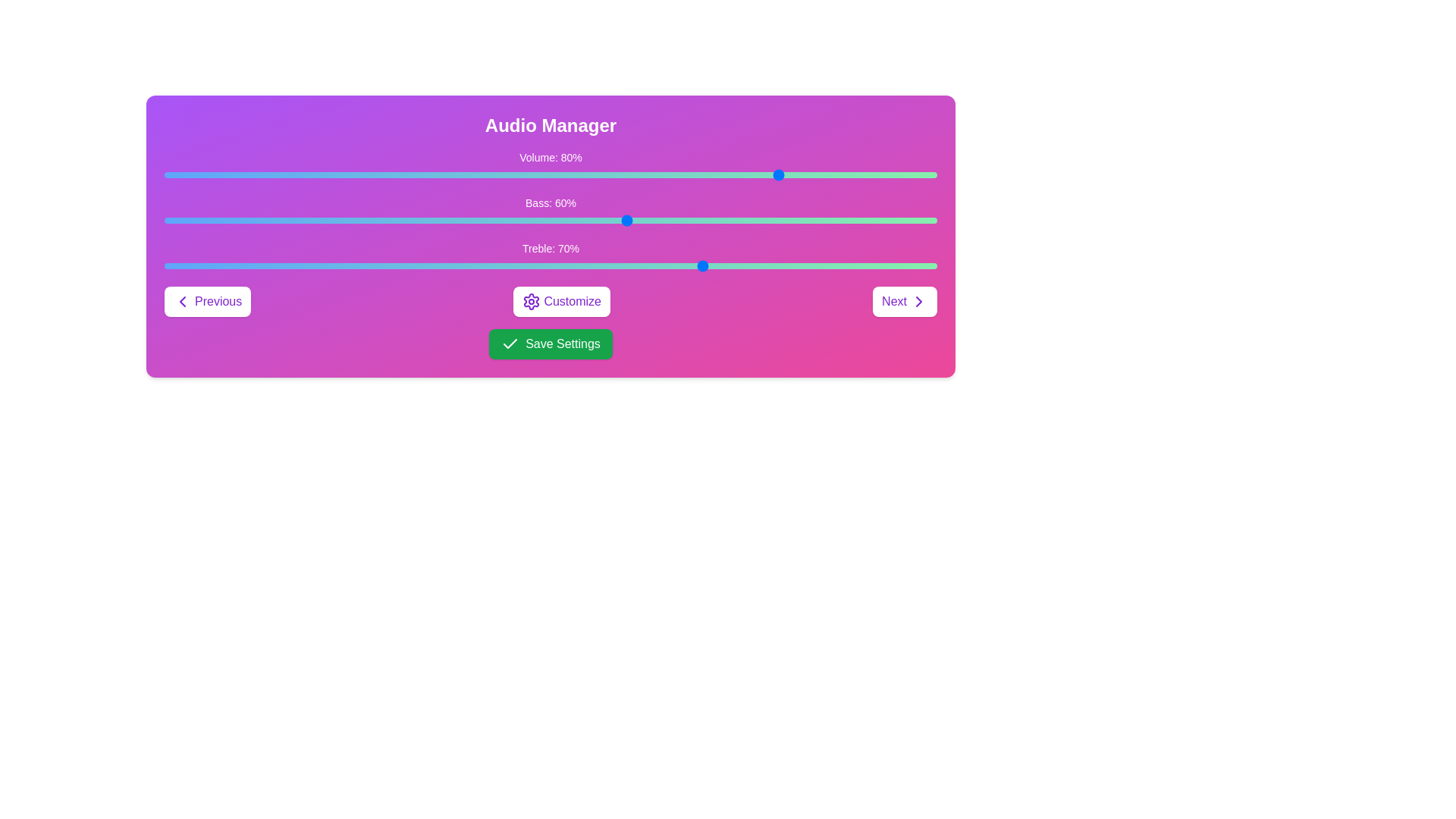  What do you see at coordinates (488, 265) in the screenshot?
I see `the slider` at bounding box center [488, 265].